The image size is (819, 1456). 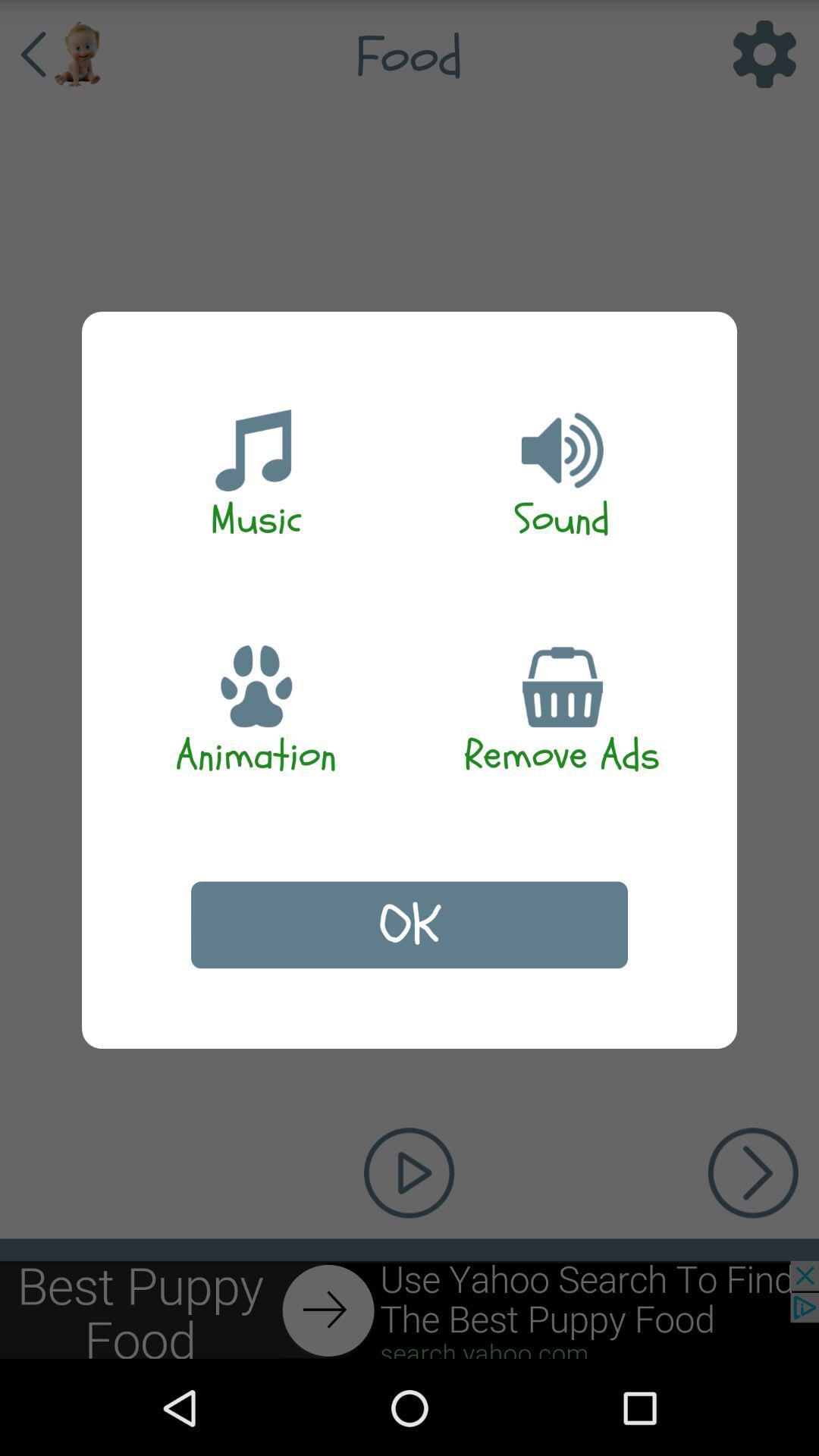 I want to click on ok button, so click(x=409, y=924).